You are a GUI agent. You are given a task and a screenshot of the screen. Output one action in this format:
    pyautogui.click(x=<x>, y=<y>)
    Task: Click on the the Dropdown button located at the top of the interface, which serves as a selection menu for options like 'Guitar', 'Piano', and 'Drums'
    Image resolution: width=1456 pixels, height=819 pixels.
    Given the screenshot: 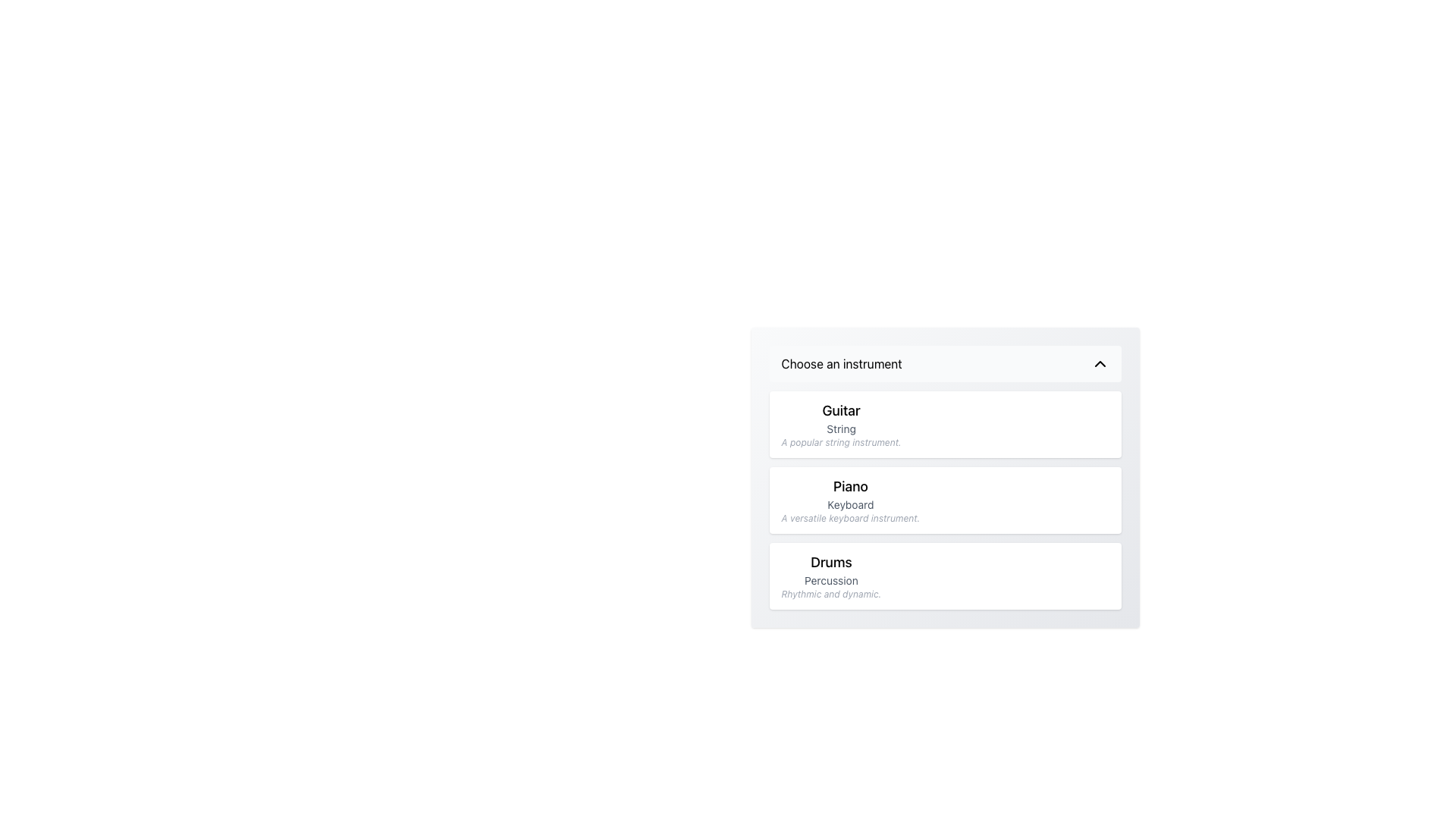 What is the action you would take?
    pyautogui.click(x=944, y=363)
    